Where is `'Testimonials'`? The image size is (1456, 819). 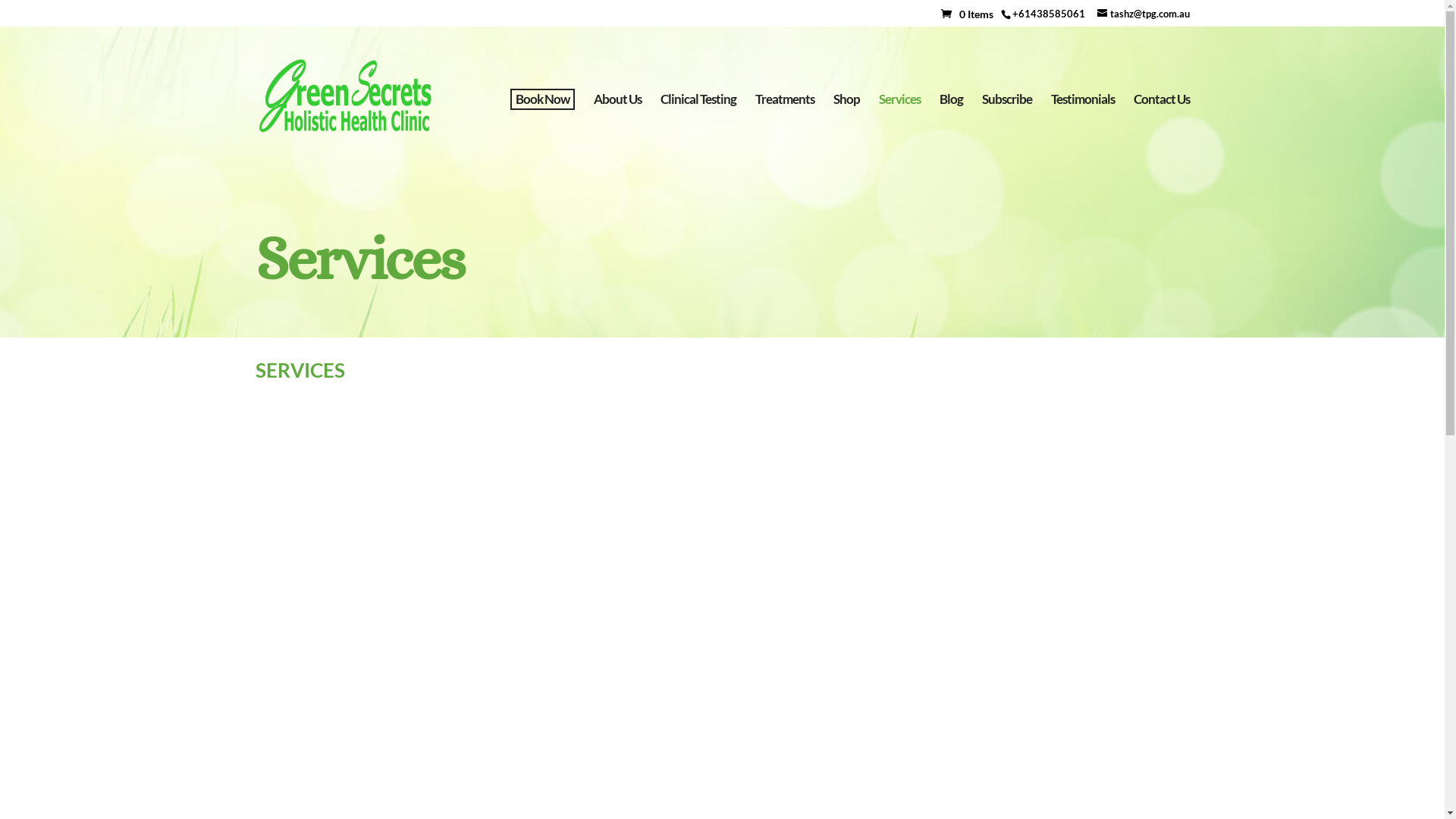 'Testimonials' is located at coordinates (1050, 130).